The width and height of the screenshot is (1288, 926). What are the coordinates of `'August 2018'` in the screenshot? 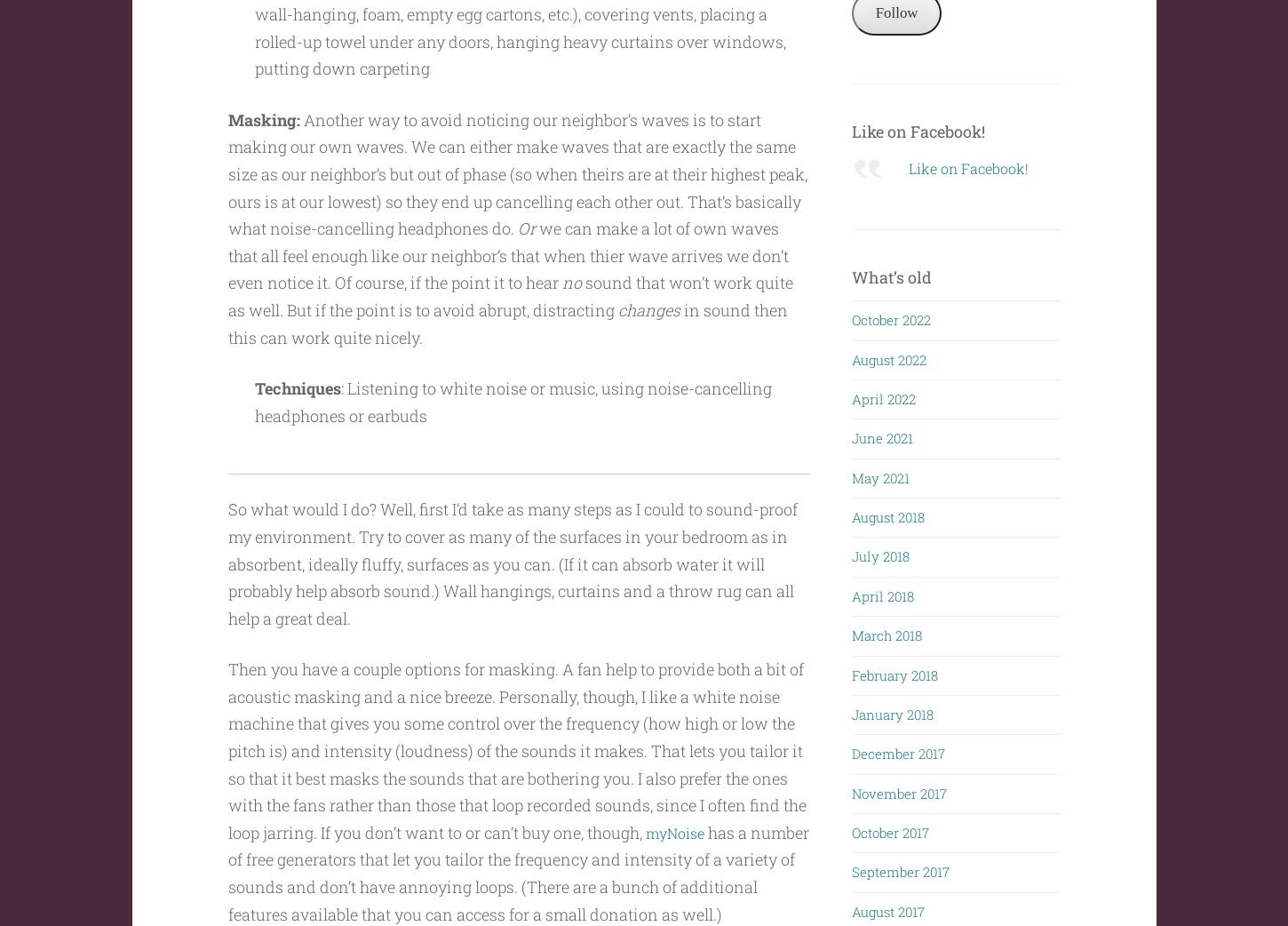 It's located at (888, 512).